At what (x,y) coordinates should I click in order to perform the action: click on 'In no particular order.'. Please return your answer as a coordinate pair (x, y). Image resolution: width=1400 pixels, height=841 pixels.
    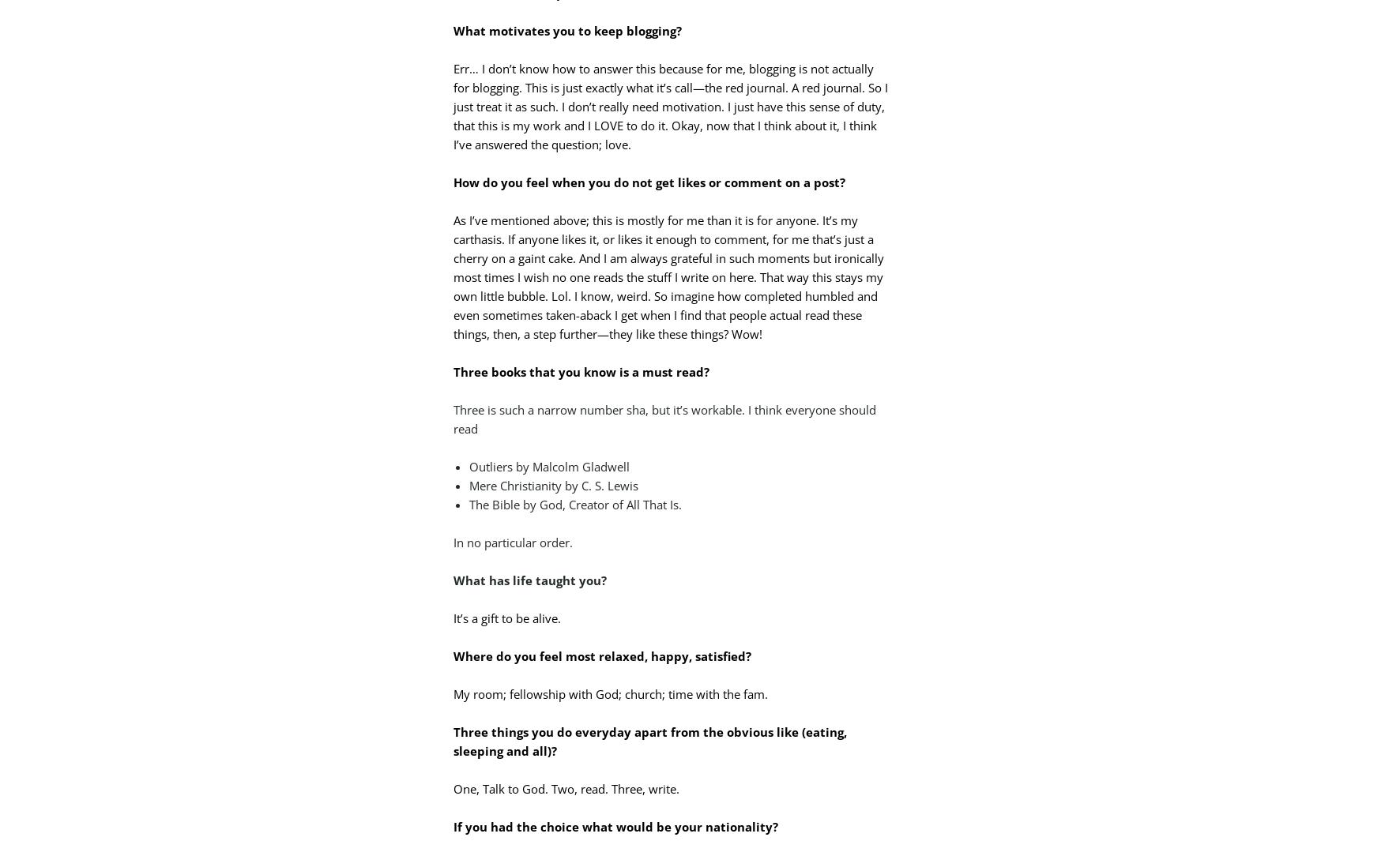
    Looking at the image, I should click on (513, 541).